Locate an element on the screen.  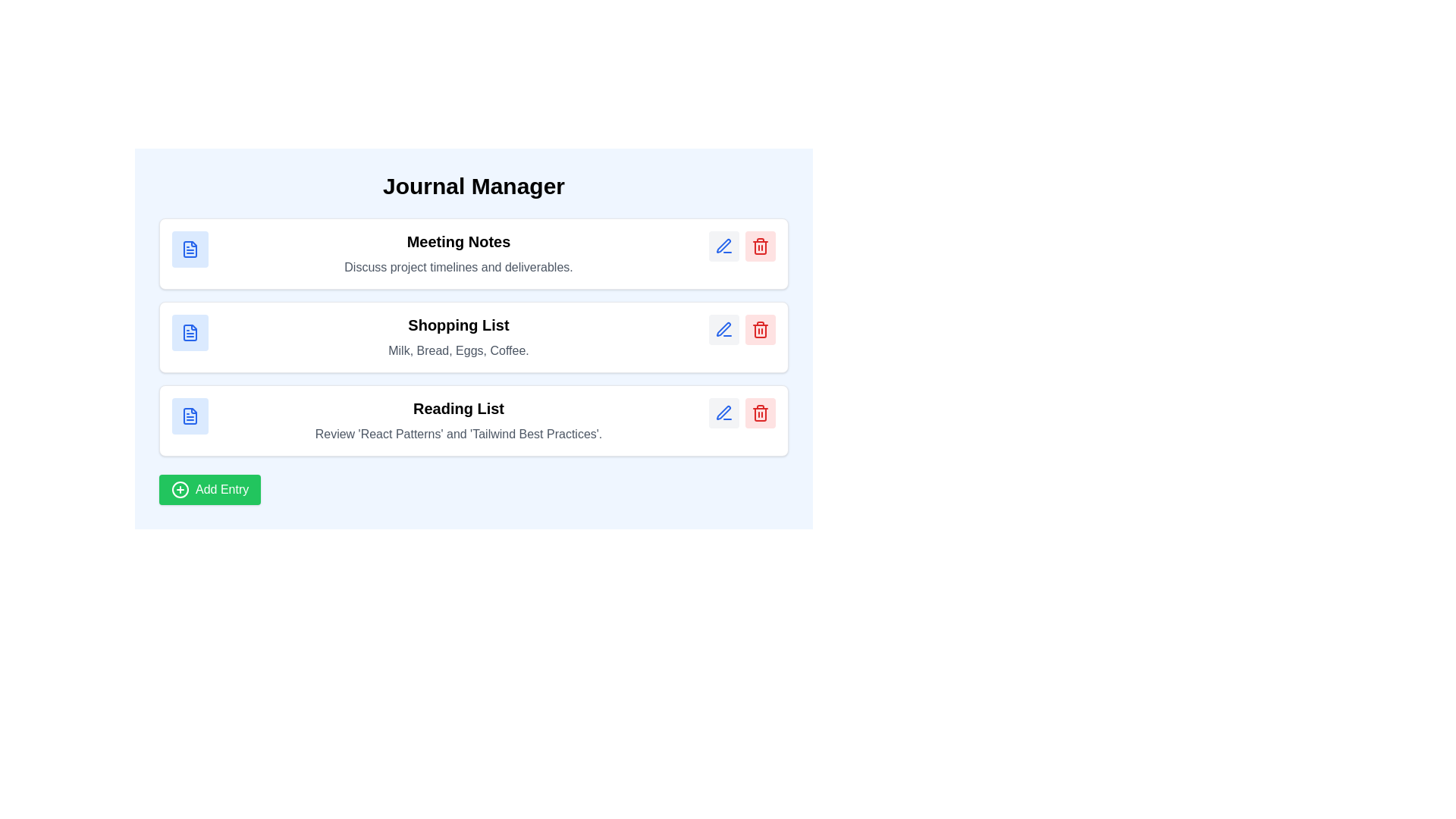
the red trash can icon button located in the last row of the Journal Manager interface, adjacent to the edit icon is located at coordinates (761, 329).